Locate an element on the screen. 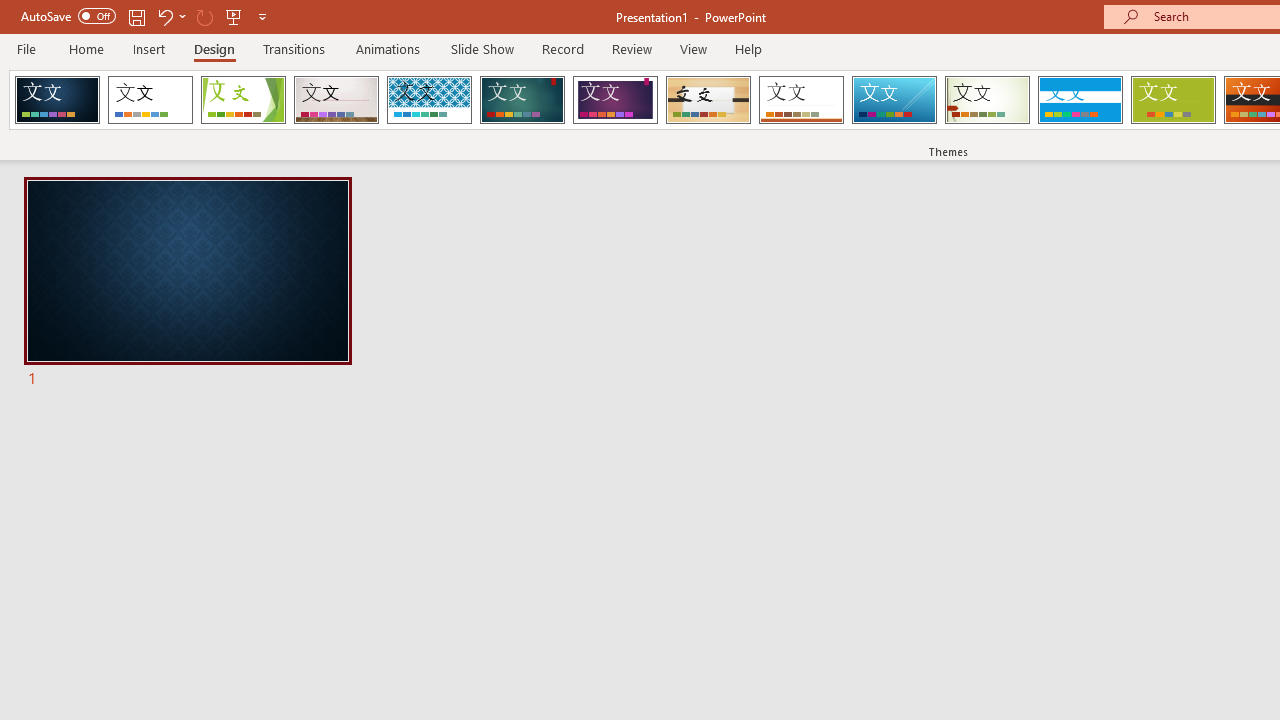 The image size is (1280, 720). 'Facet' is located at coordinates (242, 100).